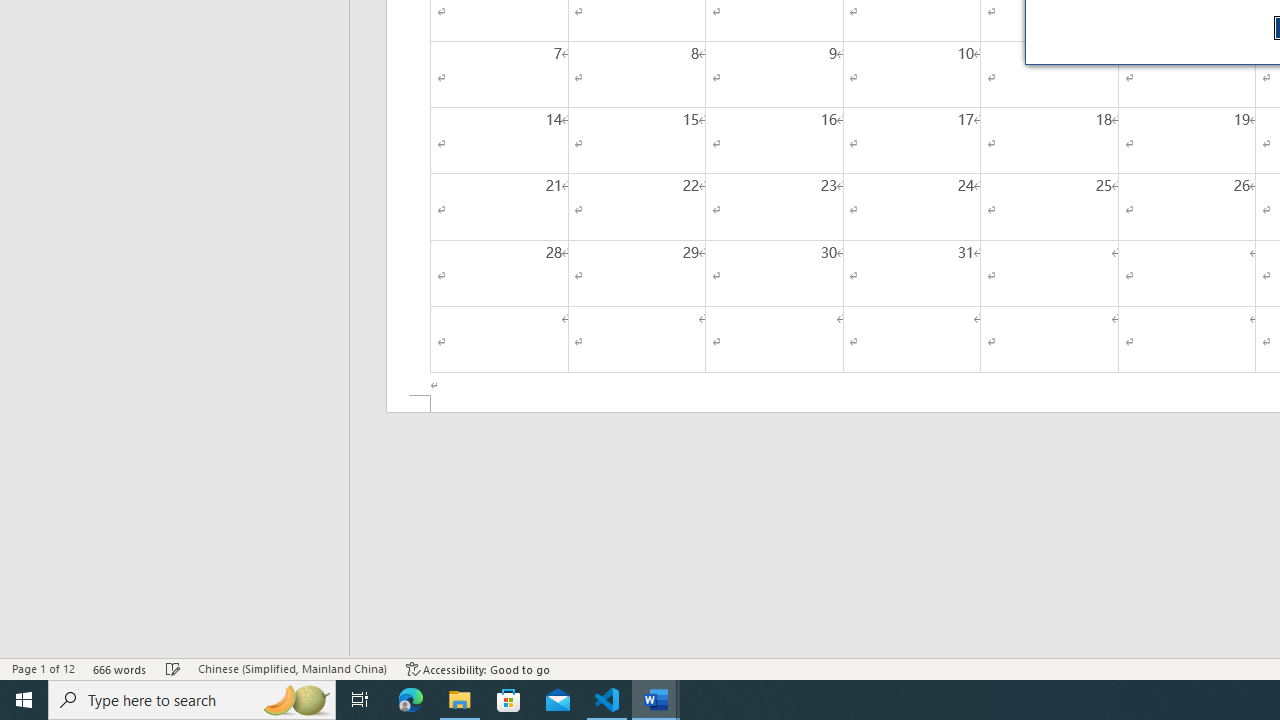 This screenshot has height=720, width=1280. Describe the element at coordinates (410, 698) in the screenshot. I see `'Microsoft Edge'` at that location.